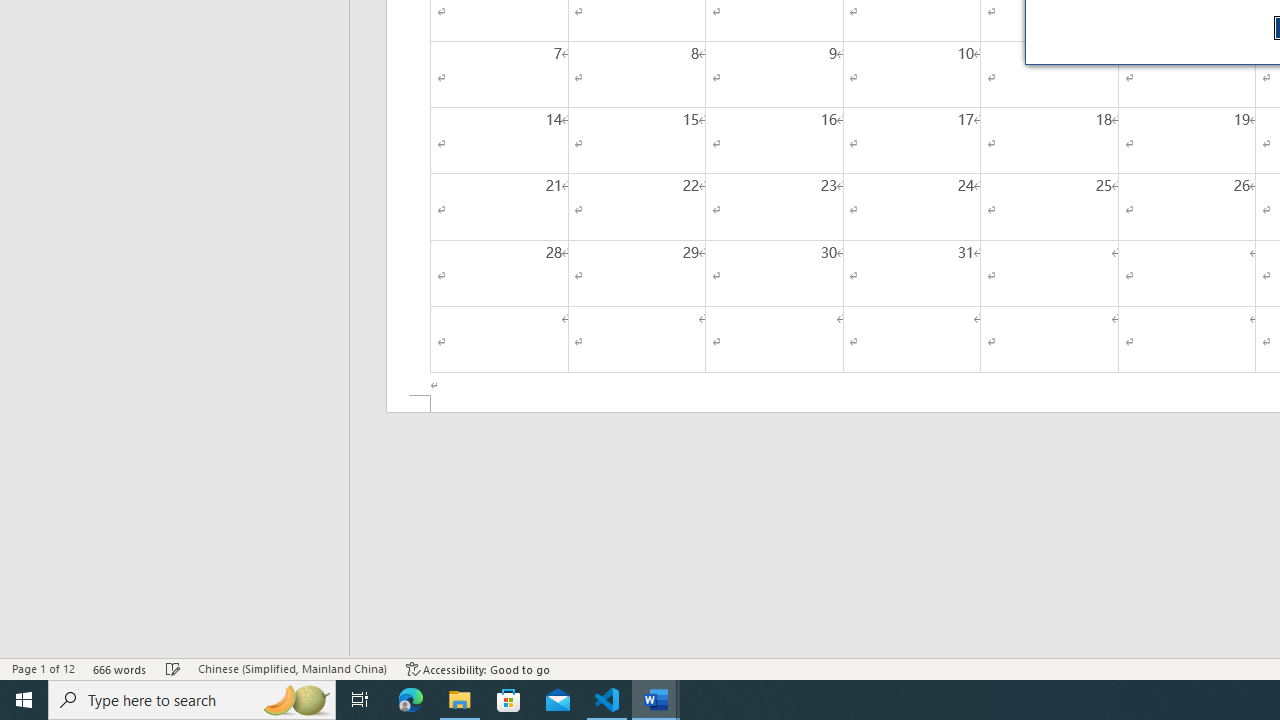 This screenshot has height=720, width=1280. Describe the element at coordinates (410, 698) in the screenshot. I see `'Microsoft Edge'` at that location.